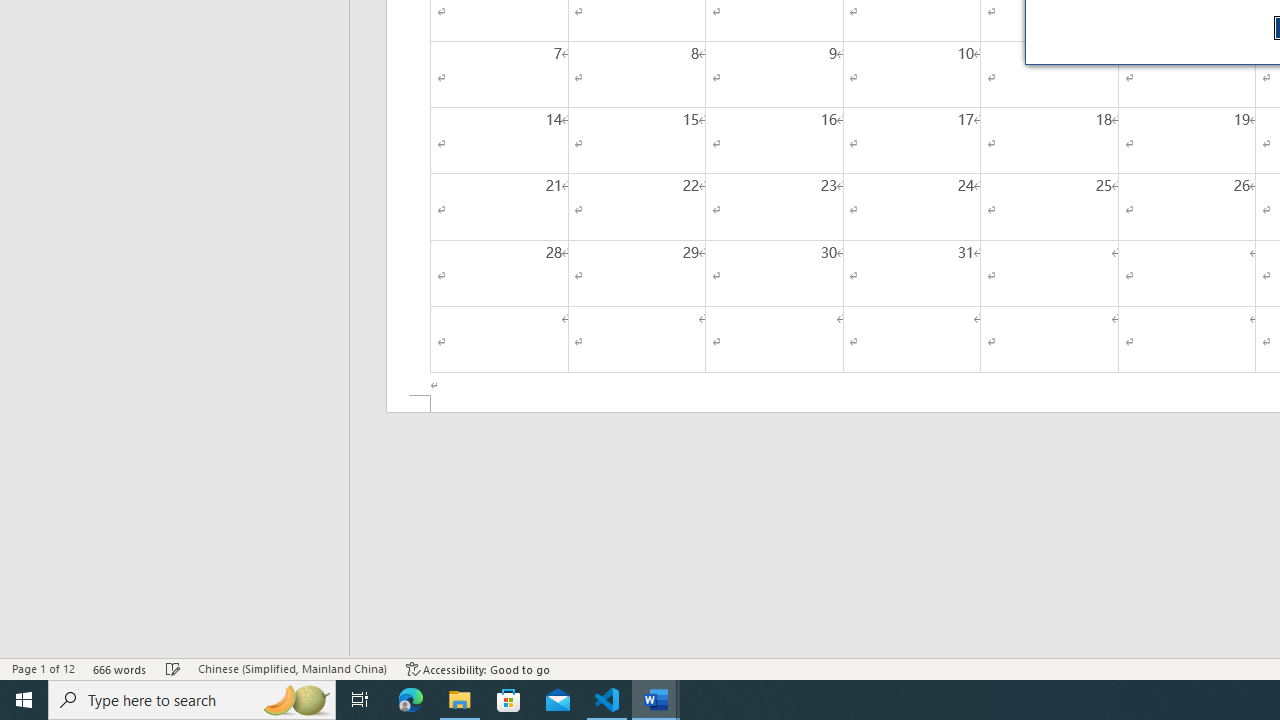 This screenshot has height=720, width=1280. Describe the element at coordinates (410, 698) in the screenshot. I see `'Microsoft Edge'` at that location.